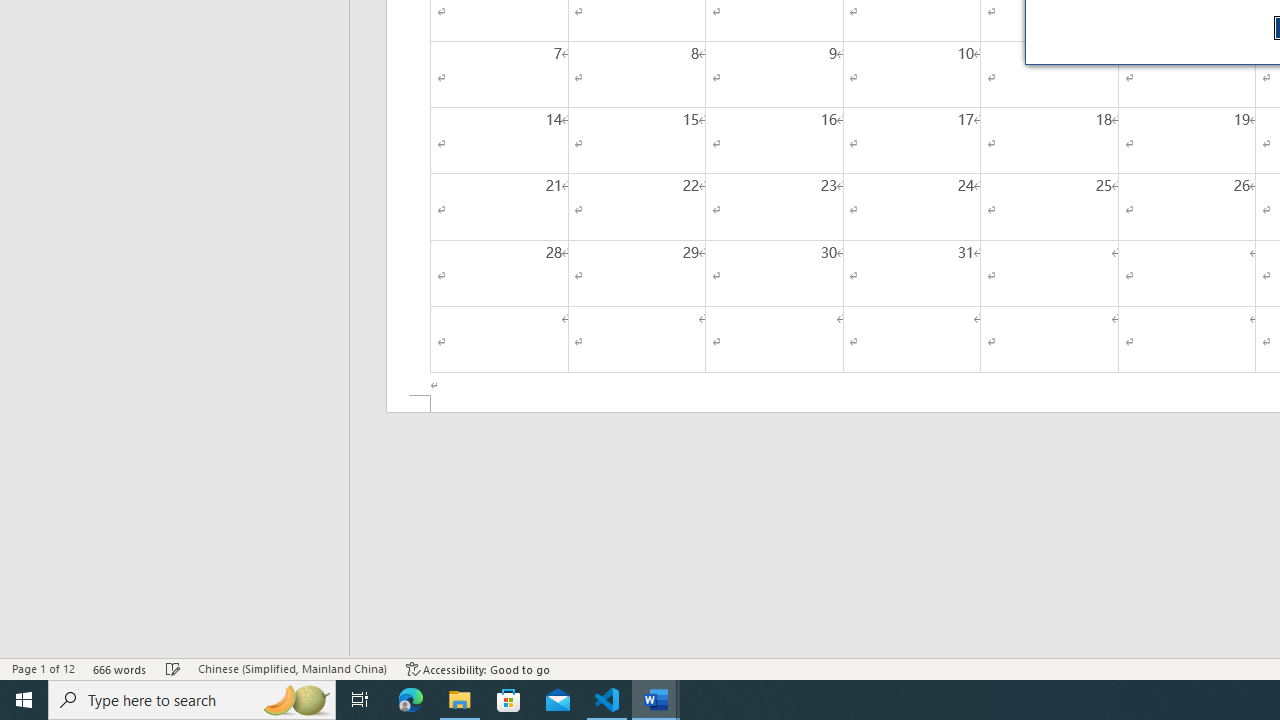 This screenshot has height=720, width=1280. Describe the element at coordinates (410, 698) in the screenshot. I see `'Microsoft Edge'` at that location.